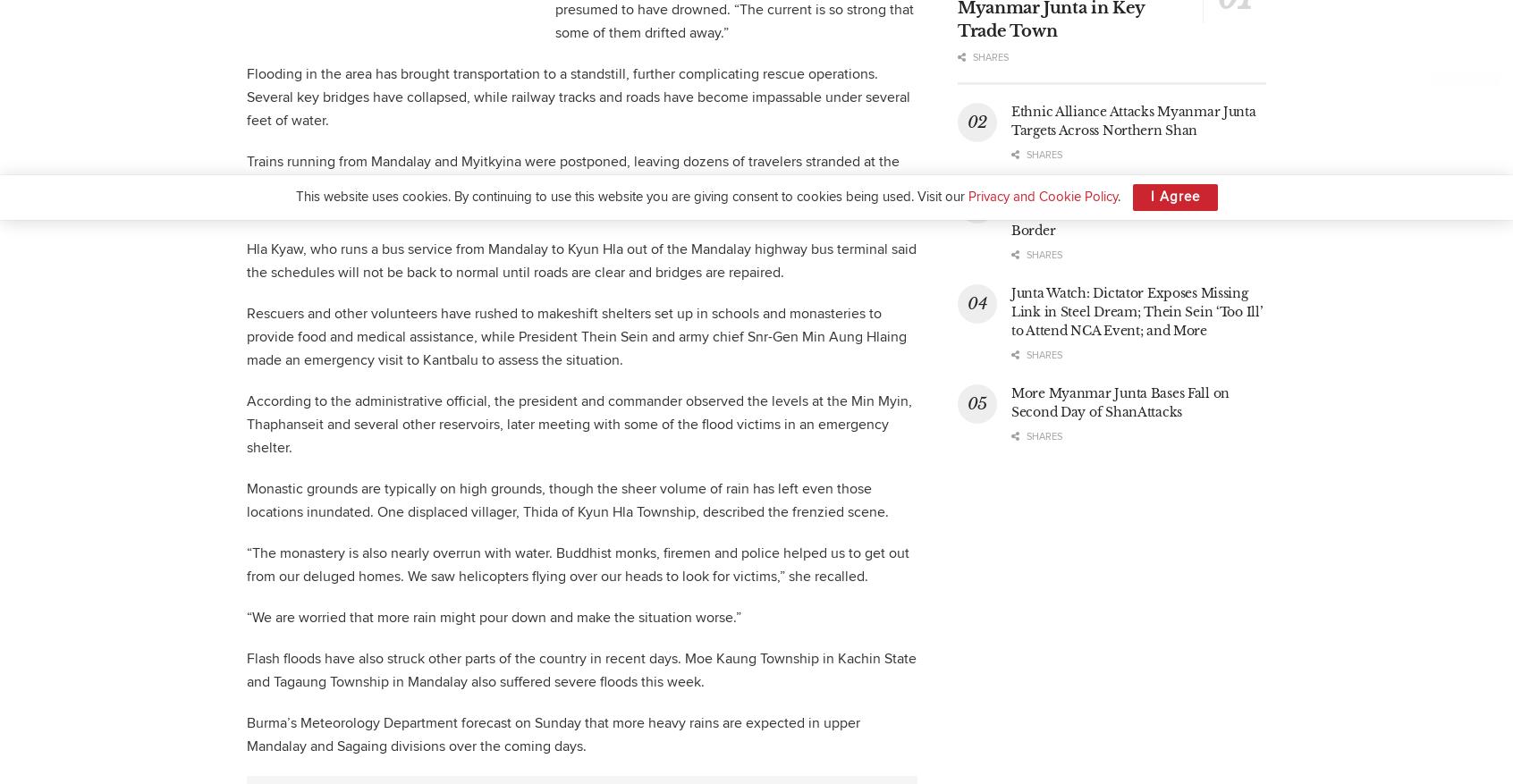 The width and height of the screenshot is (1513, 784). I want to click on 'Ethnic Alliance Report Rapid Gains From Myanmar Junta Along Chinese Border', so click(1126, 210).